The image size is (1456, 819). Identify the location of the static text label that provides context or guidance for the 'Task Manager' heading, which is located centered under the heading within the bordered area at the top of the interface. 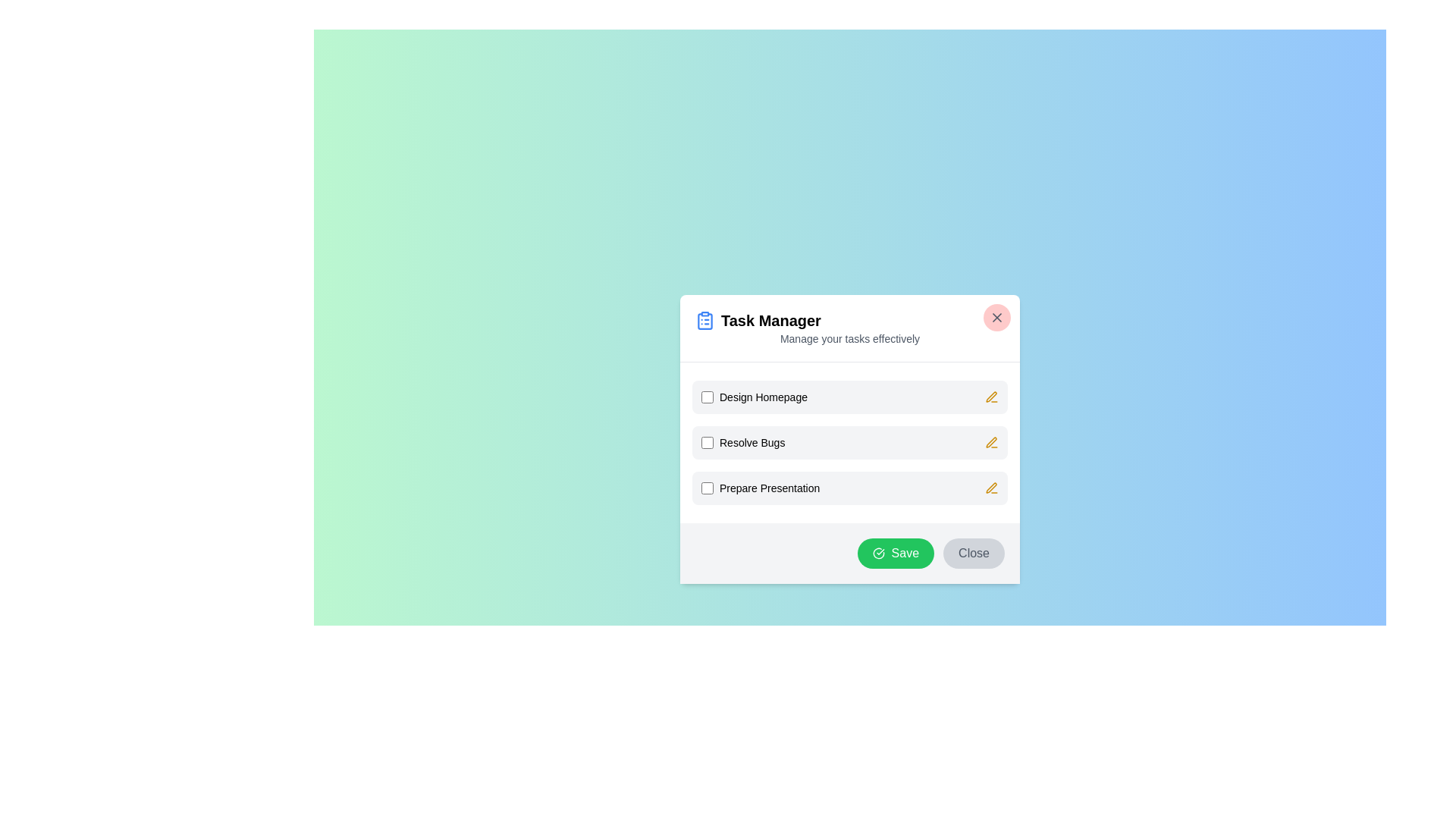
(850, 337).